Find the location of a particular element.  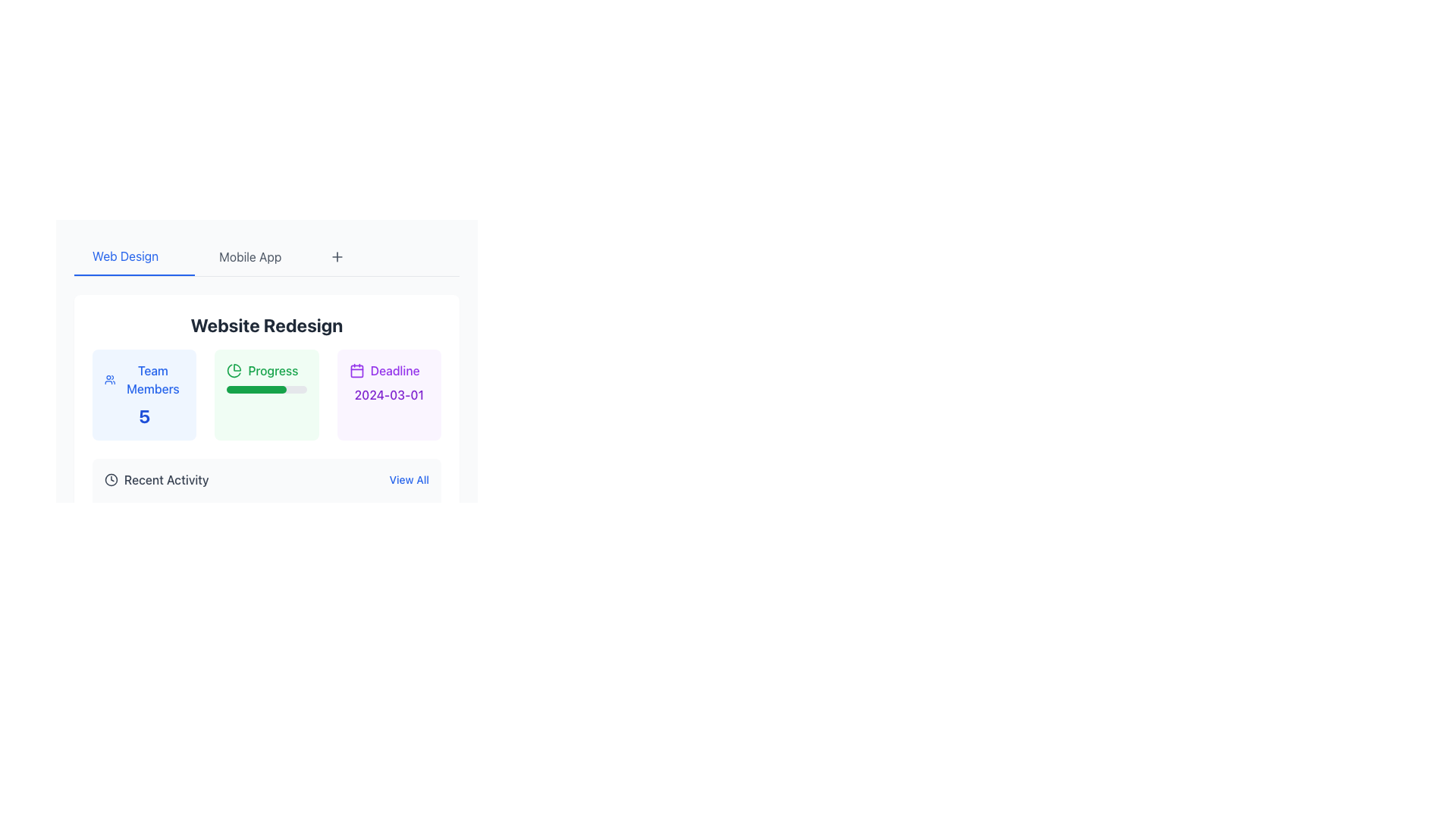

the plus-shaped button icon located in the top center area of the interface, adjacent to the 'Web Design' and 'Mobile App' tabs is located at coordinates (337, 256).